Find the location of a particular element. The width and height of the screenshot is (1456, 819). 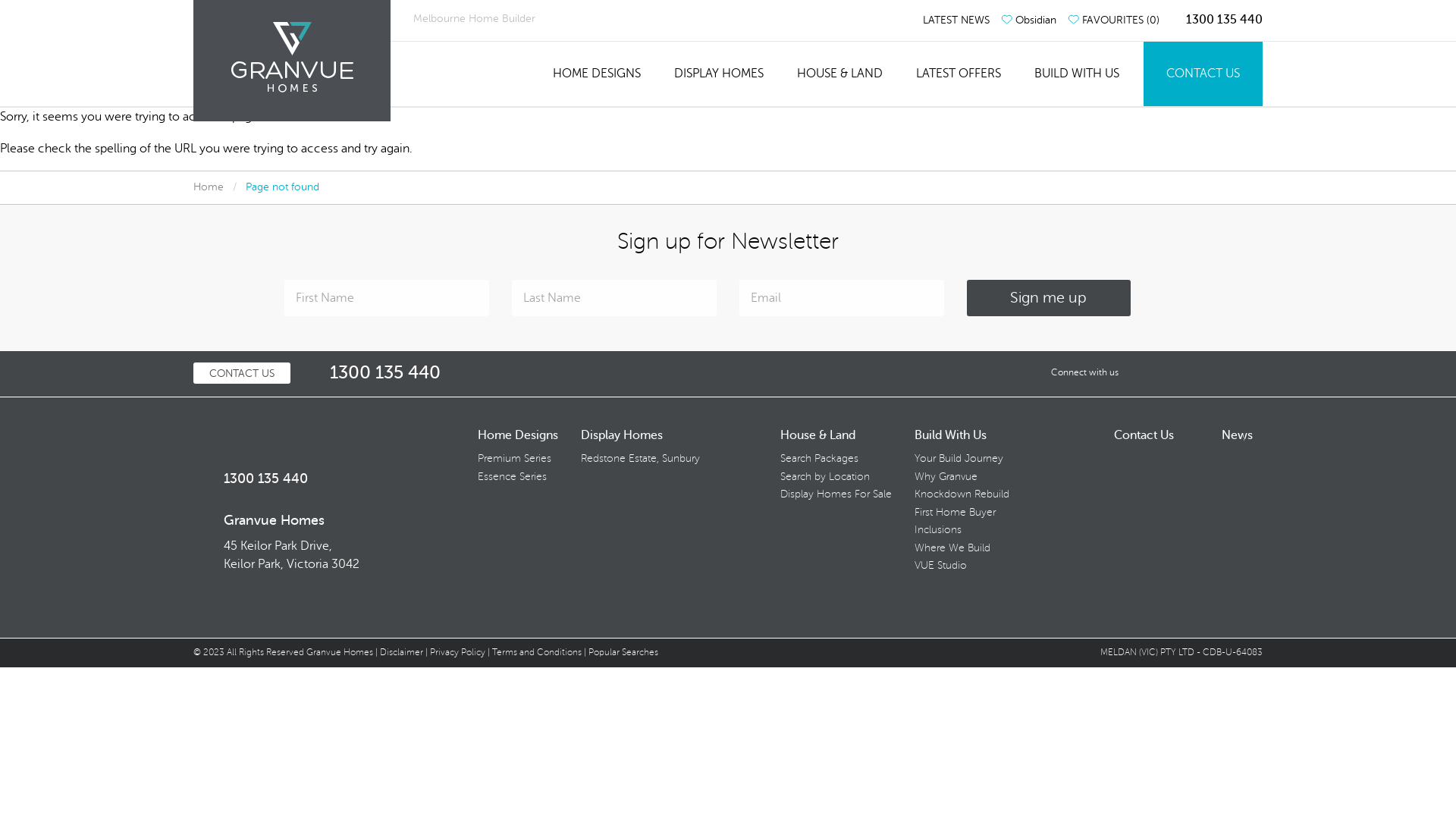

'Where We Build' is located at coordinates (952, 548).